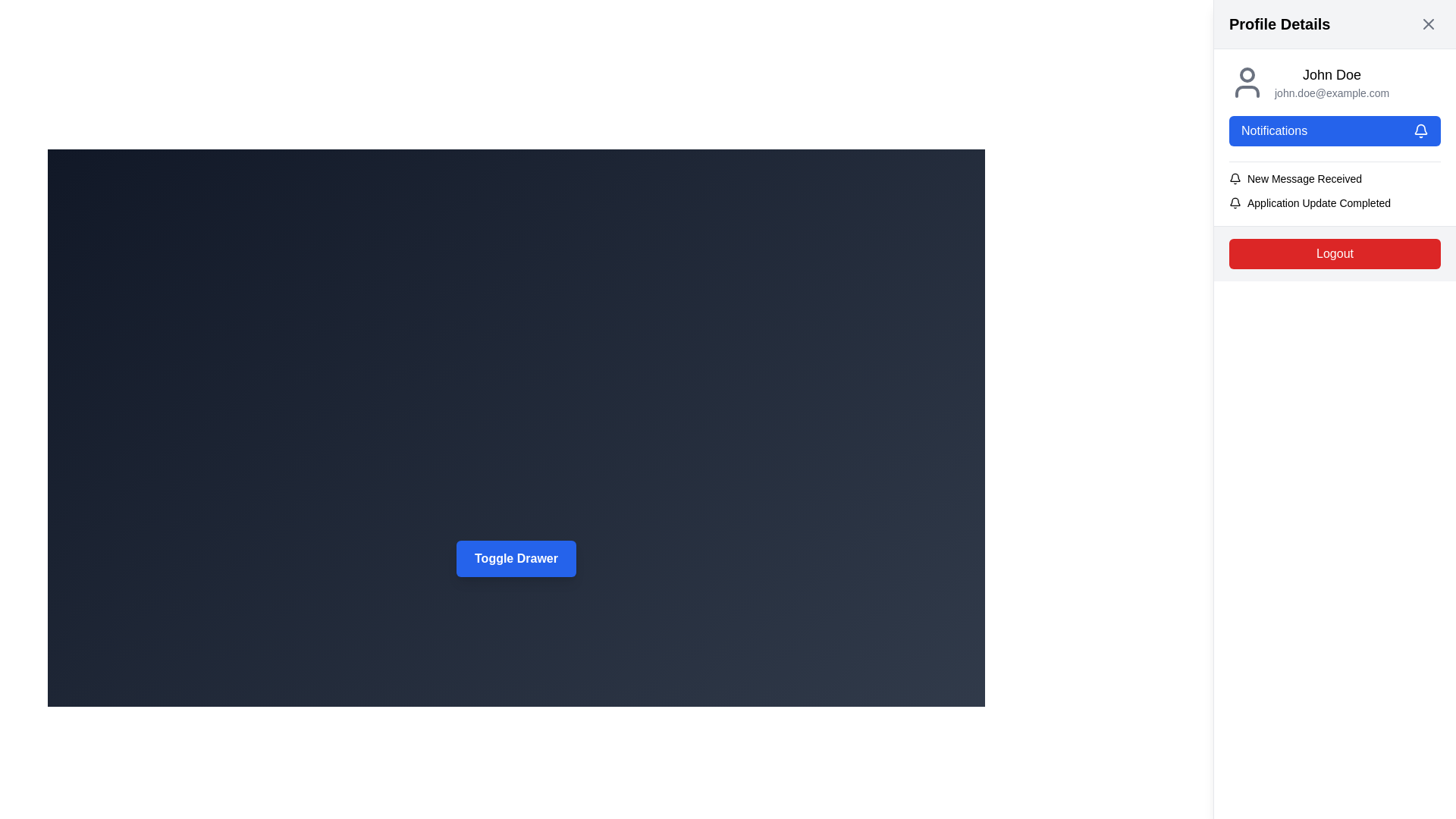 This screenshot has width=1456, height=819. Describe the element at coordinates (1331, 75) in the screenshot. I see `the user name text label located at the top of the 'Profile Details' section on the right-hand side of the interface` at that location.